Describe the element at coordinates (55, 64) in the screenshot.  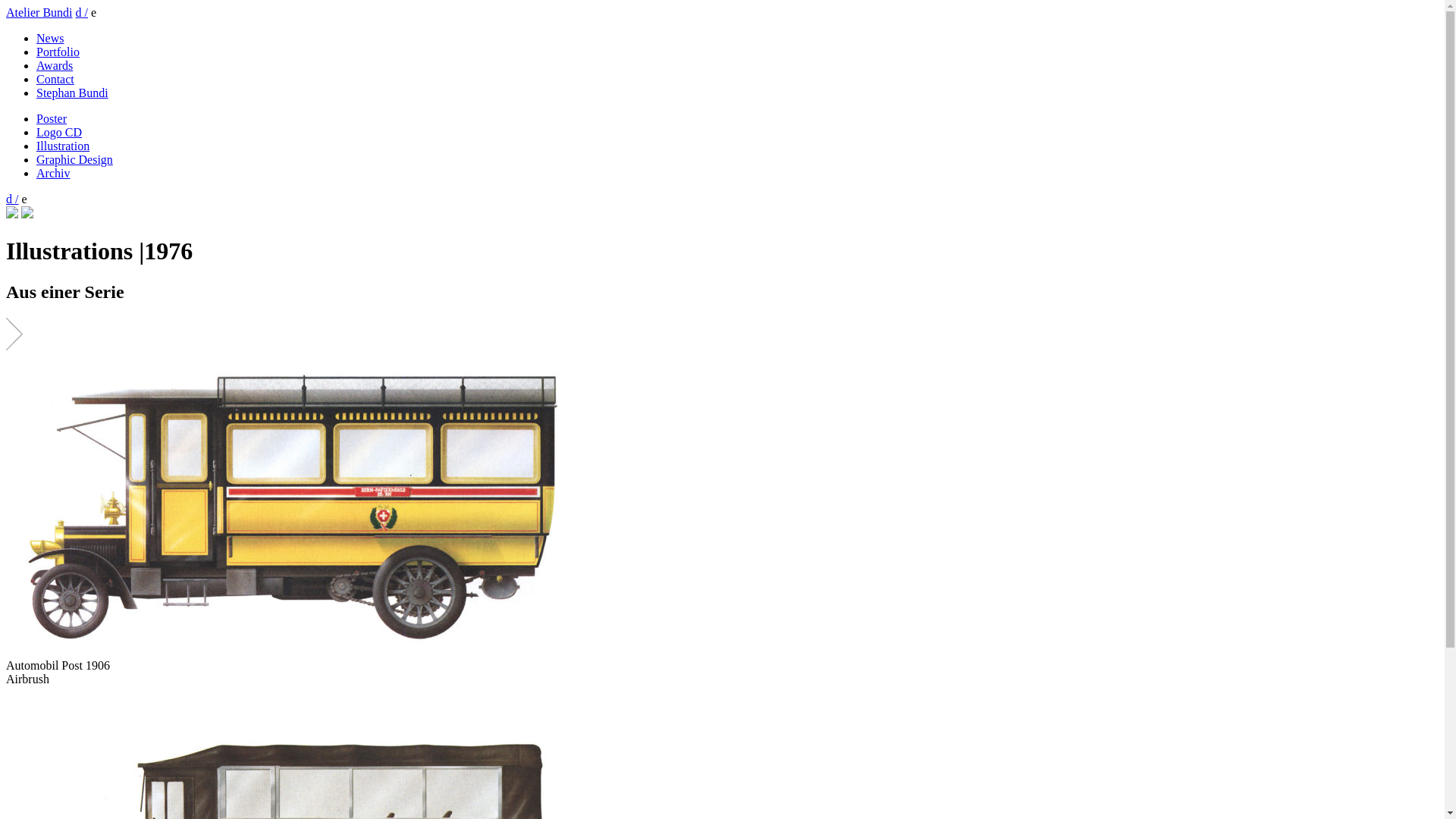
I see `'Awards'` at that location.